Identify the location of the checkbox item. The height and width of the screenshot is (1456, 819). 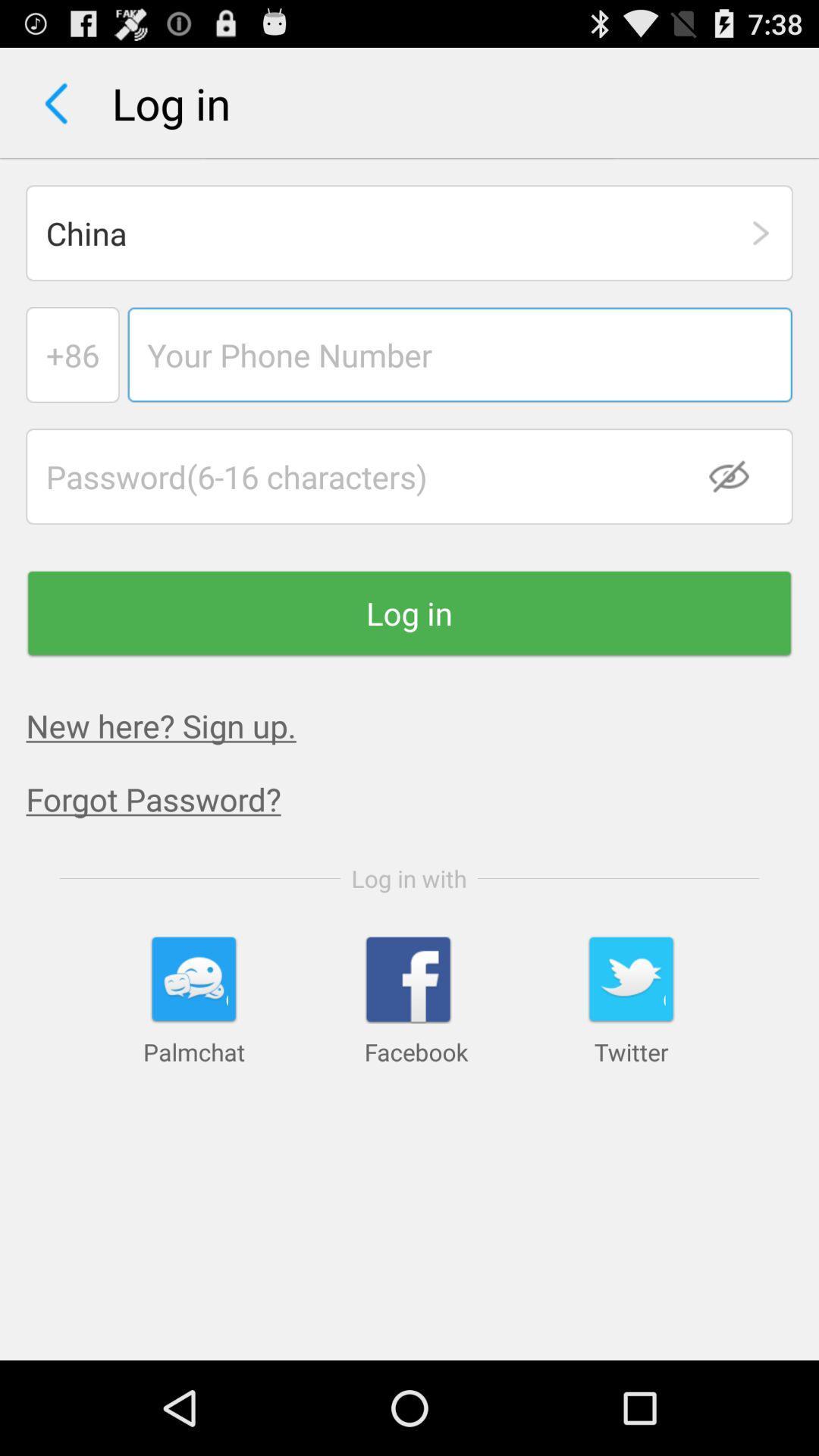
(738, 475).